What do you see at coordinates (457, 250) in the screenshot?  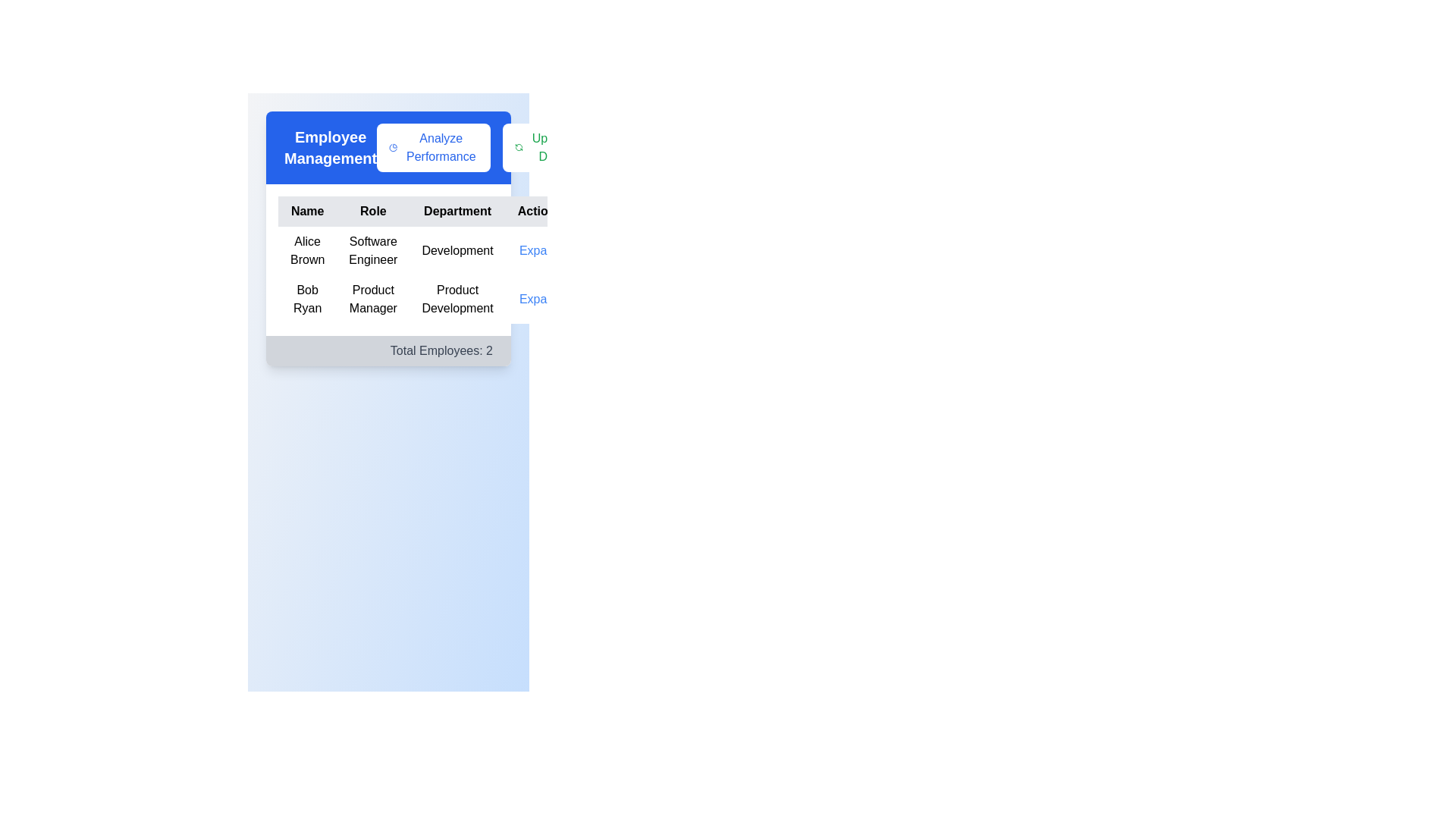 I see `the 'Development' department information for Alice Brown, which is located in the third column of the first row under the 'Department' heading in the table` at bounding box center [457, 250].